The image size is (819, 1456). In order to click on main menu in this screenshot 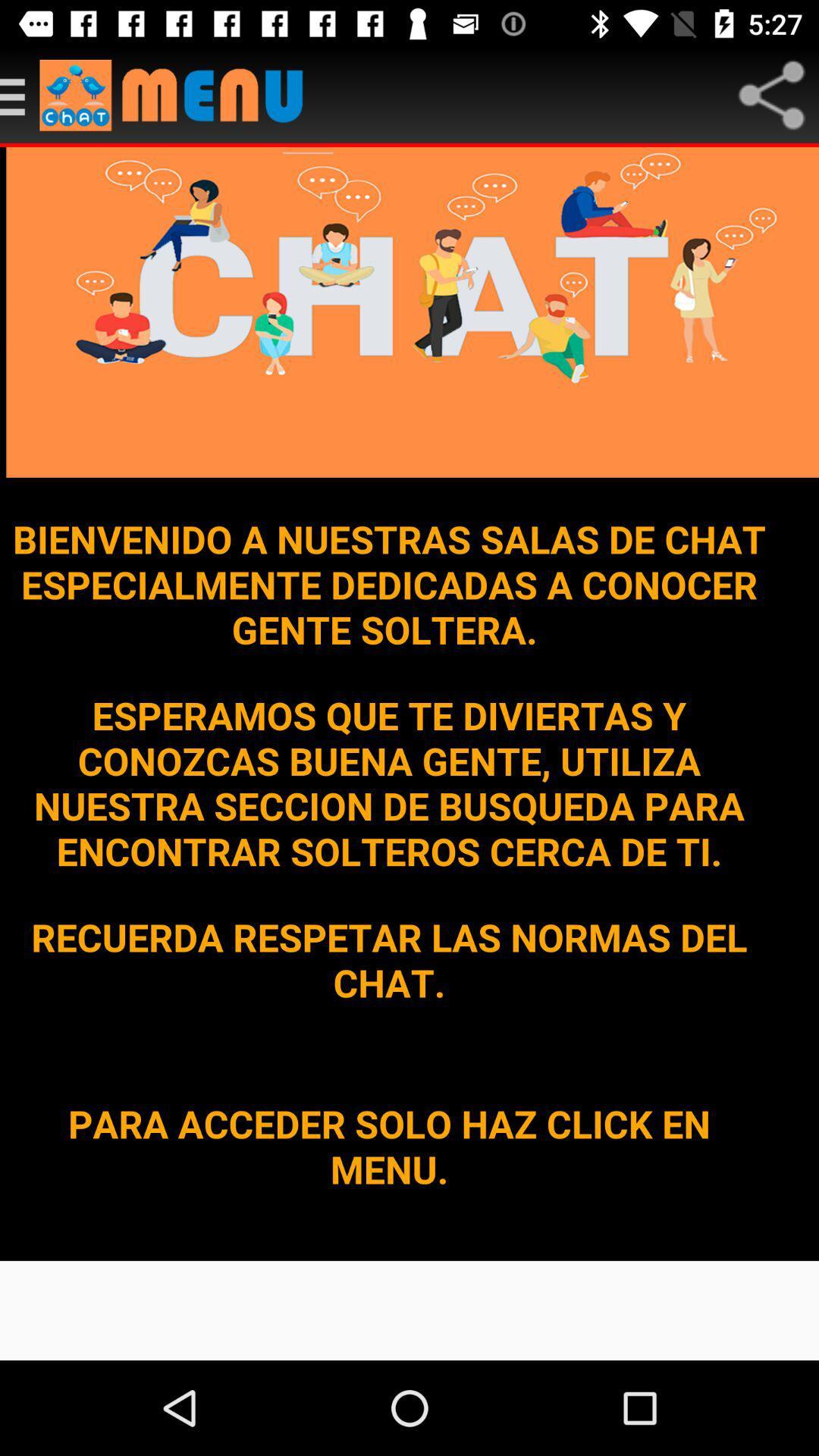, I will do `click(20, 94)`.